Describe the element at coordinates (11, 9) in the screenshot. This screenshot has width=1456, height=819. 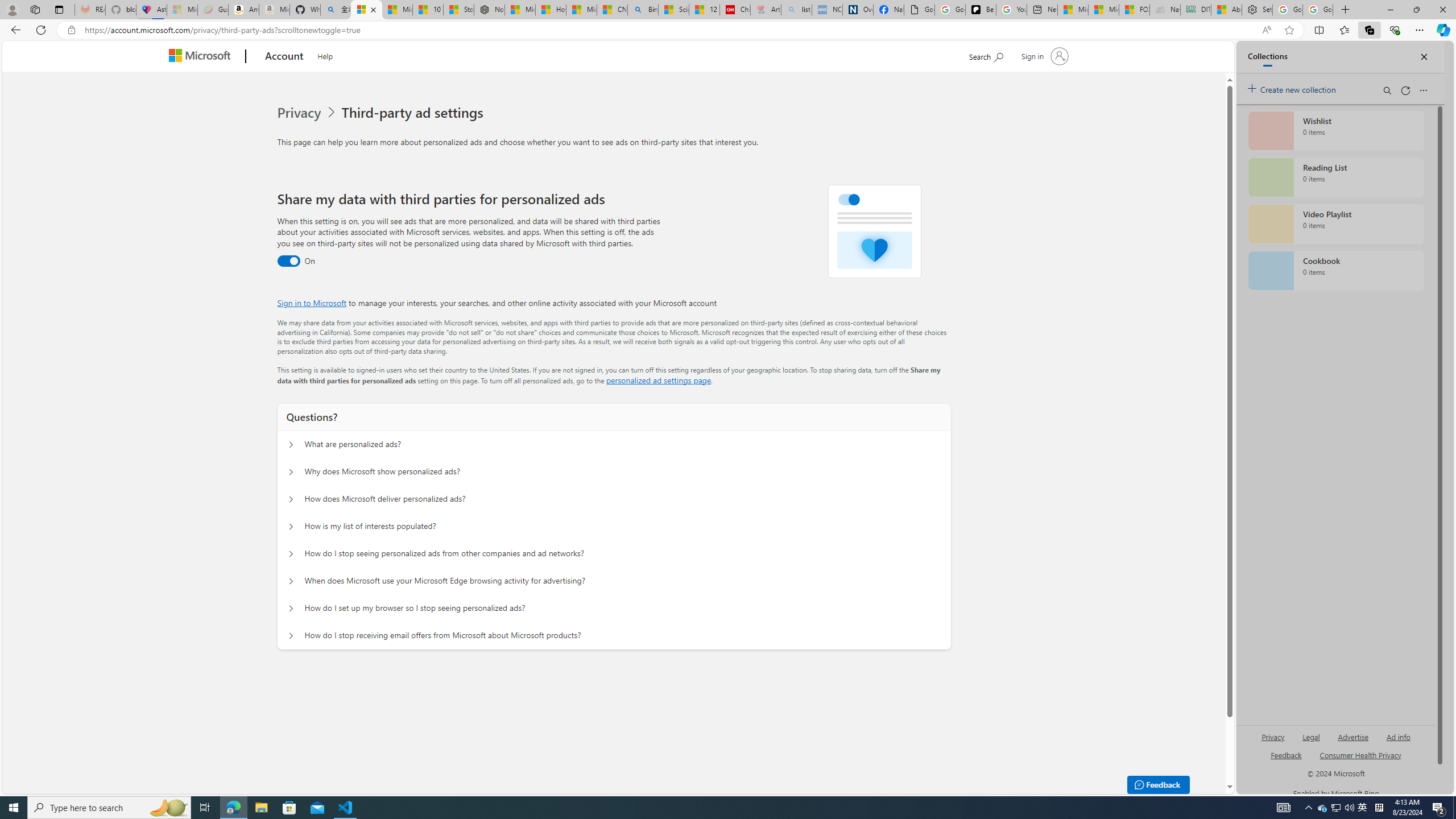
I see `'Personal Profile'` at that location.